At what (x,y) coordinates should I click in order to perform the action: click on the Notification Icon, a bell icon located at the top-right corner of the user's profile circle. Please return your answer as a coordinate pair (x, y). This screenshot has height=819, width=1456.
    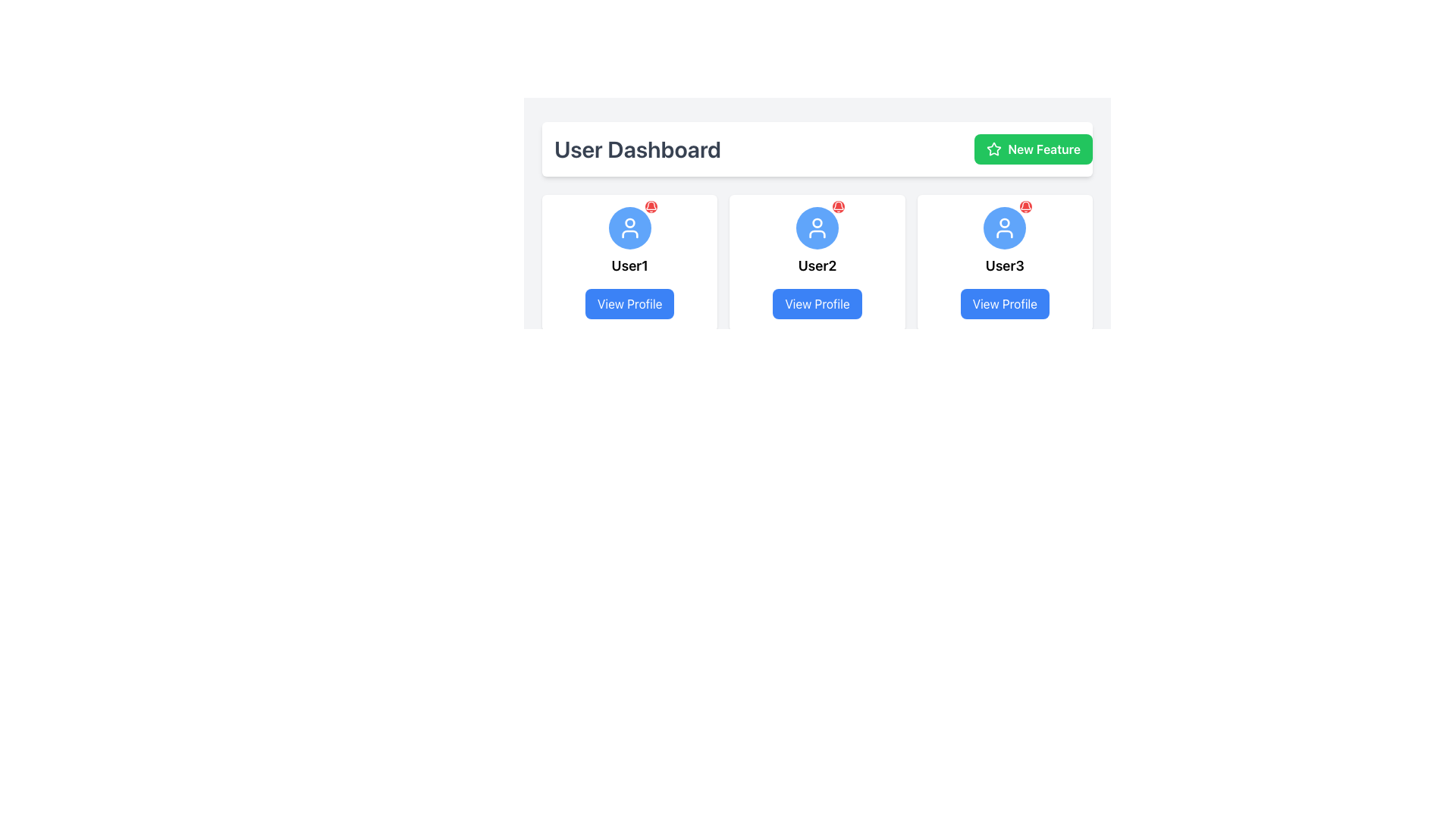
    Looking at the image, I should click on (1026, 207).